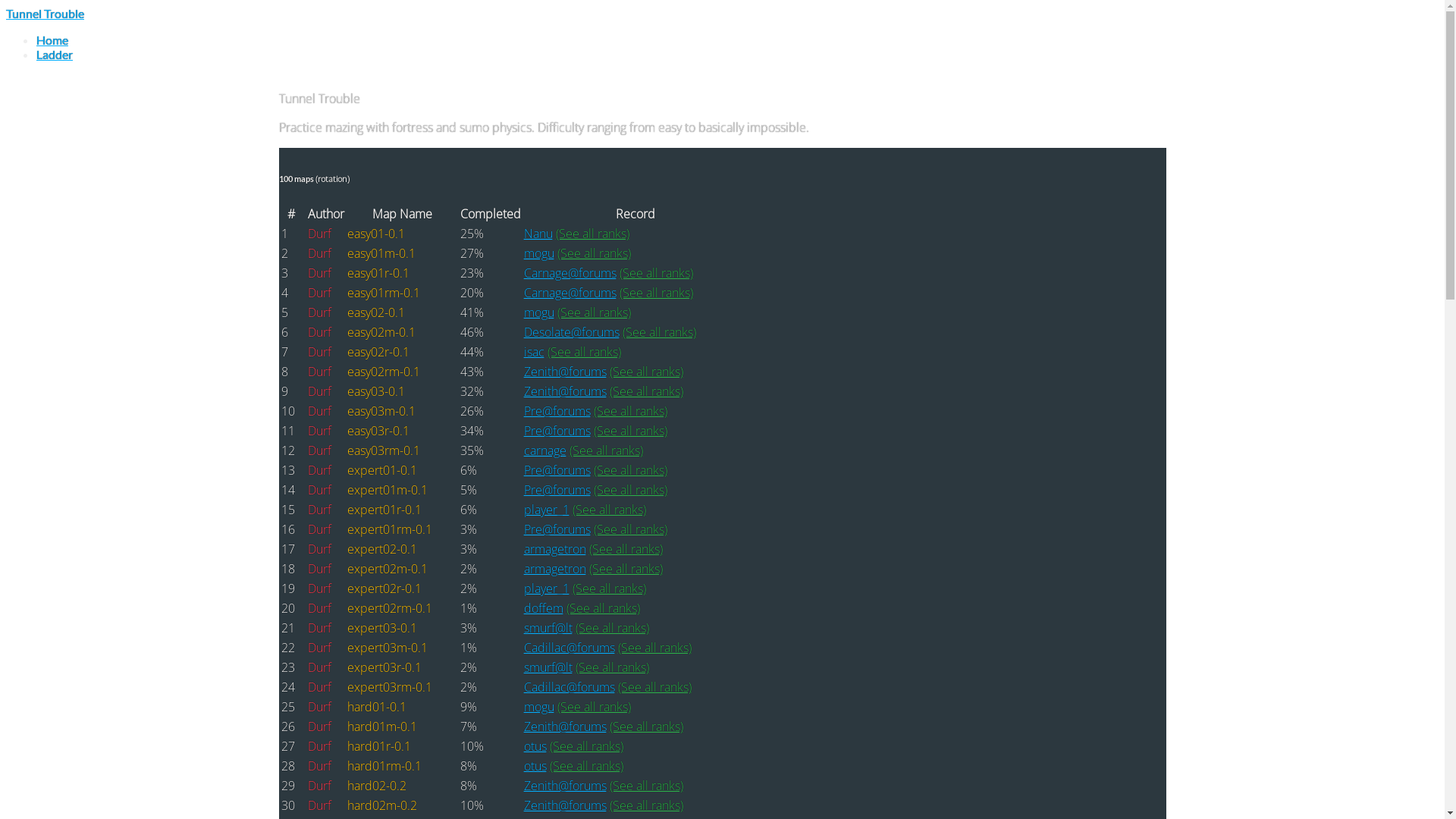 The width and height of the screenshot is (1456, 819). Describe the element at coordinates (389, 607) in the screenshot. I see `'expert02rm-0.1'` at that location.